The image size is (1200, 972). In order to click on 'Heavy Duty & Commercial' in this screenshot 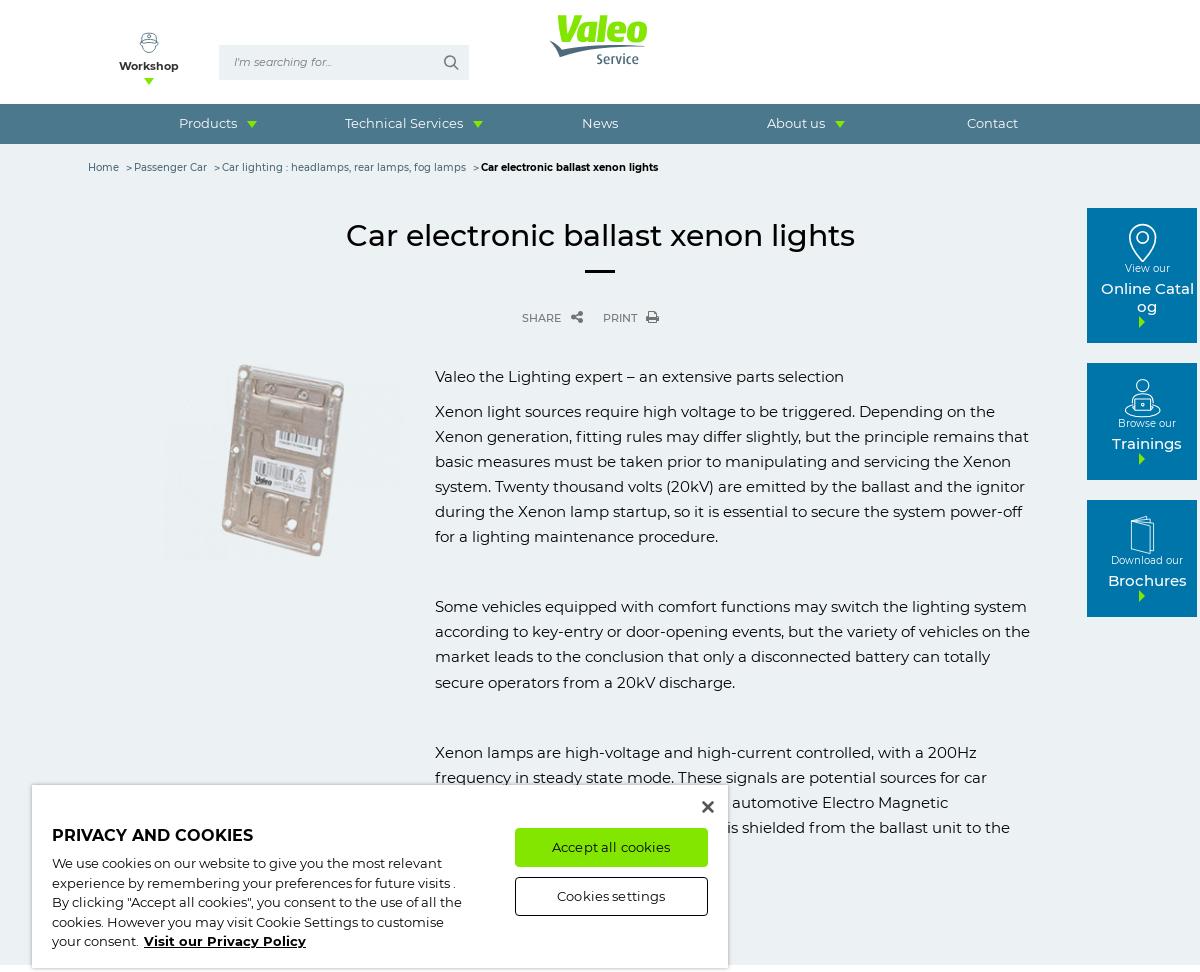, I will do `click(221, 203)`.